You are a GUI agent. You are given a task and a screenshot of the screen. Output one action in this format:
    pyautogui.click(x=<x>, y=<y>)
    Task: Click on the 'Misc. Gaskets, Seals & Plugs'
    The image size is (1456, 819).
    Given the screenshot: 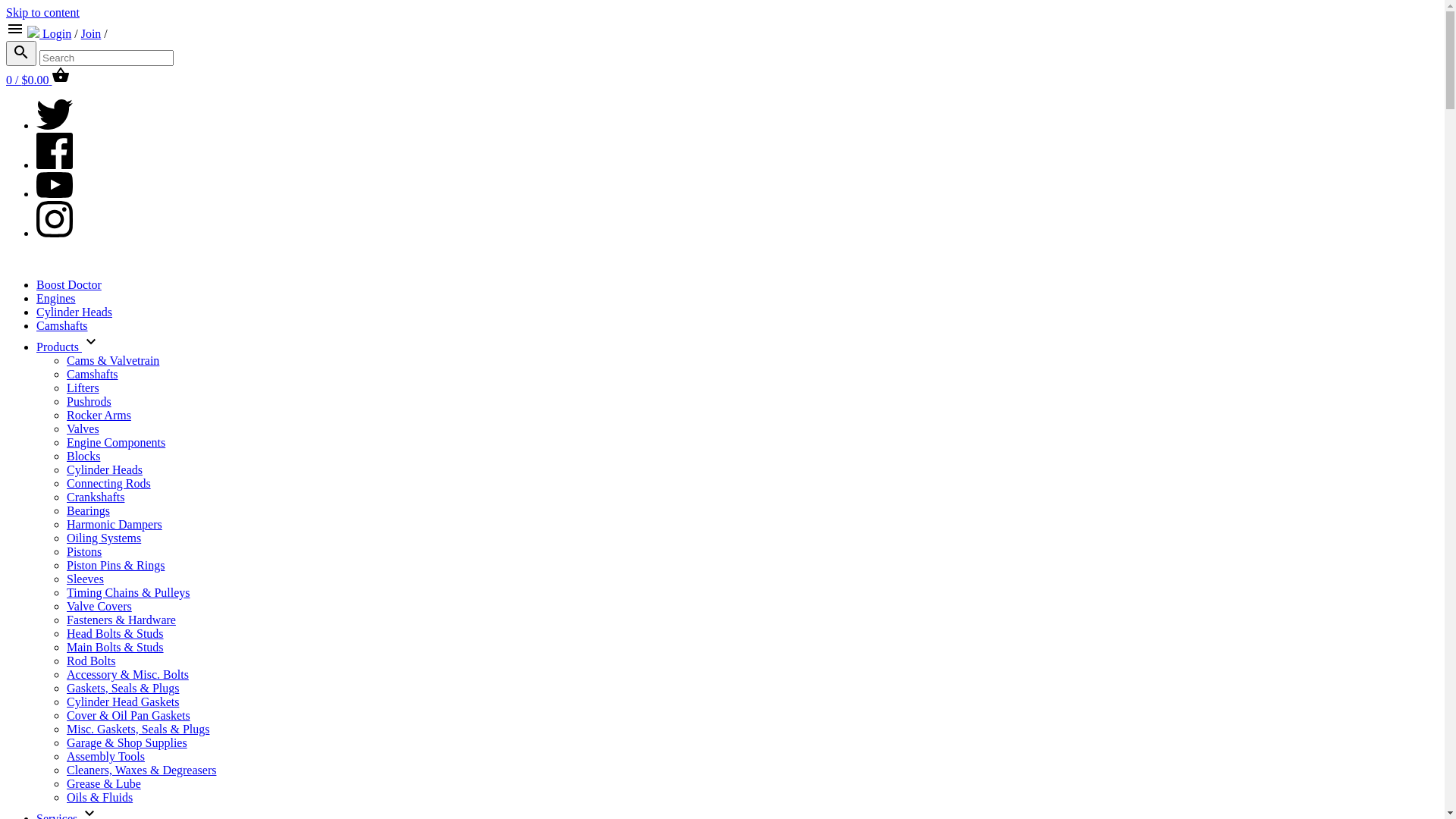 What is the action you would take?
    pyautogui.click(x=65, y=728)
    